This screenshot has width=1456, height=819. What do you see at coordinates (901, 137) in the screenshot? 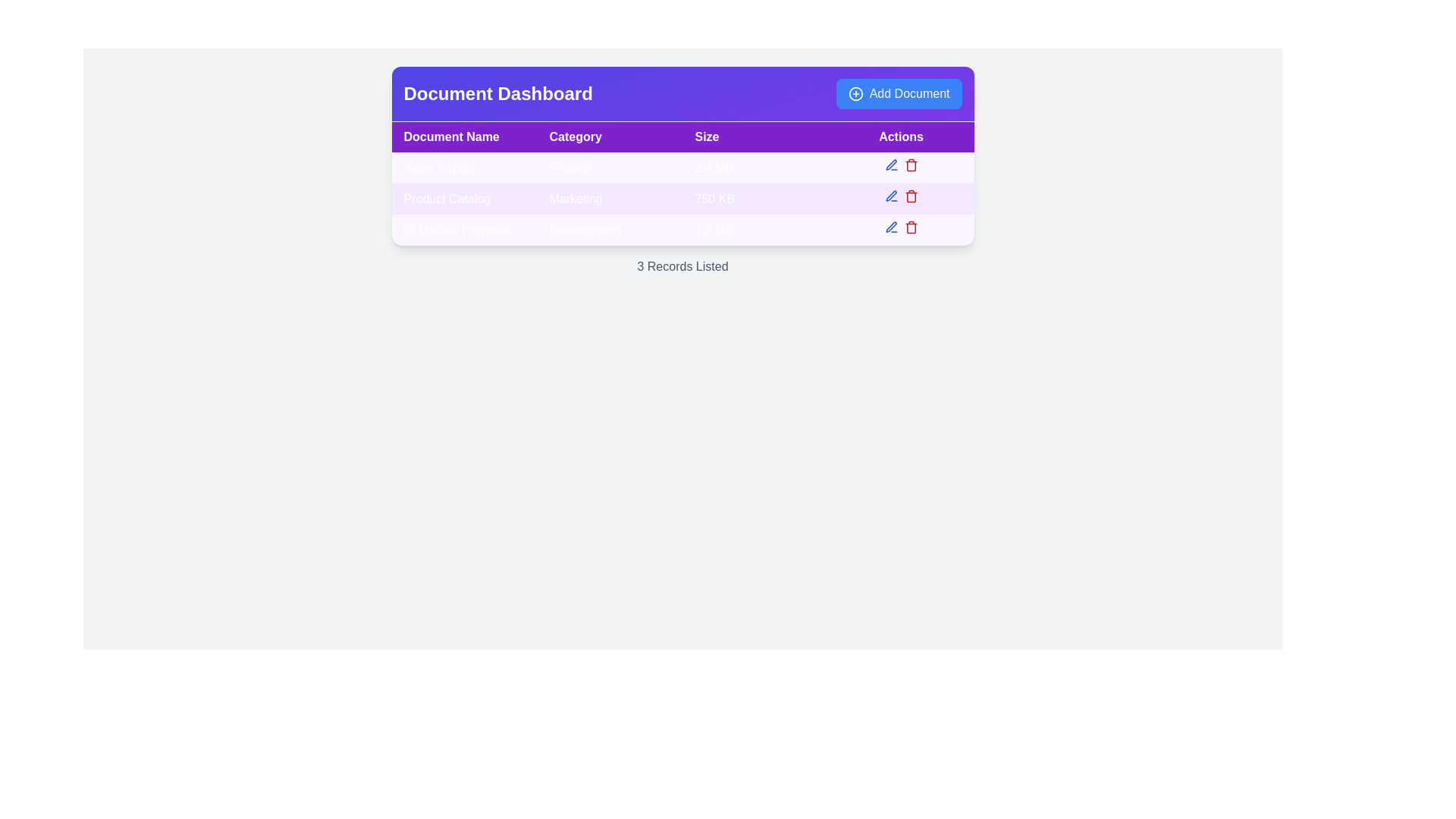
I see `the 'Actions' text label, which is styled with a bold white font on a purple background and located at the far-right end of the table header row` at bounding box center [901, 137].